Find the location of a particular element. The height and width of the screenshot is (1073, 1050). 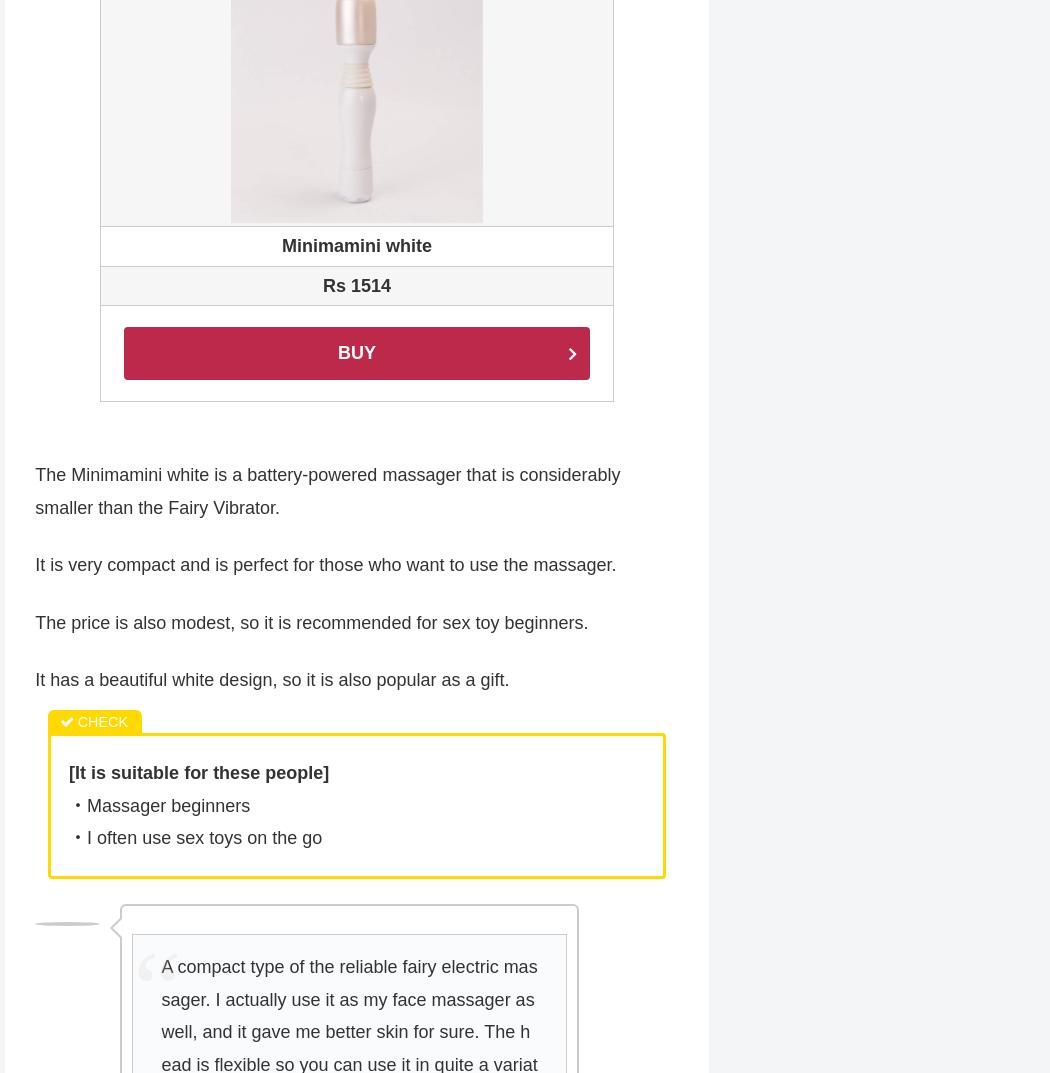

'・Massager beginners' is located at coordinates (159, 807).